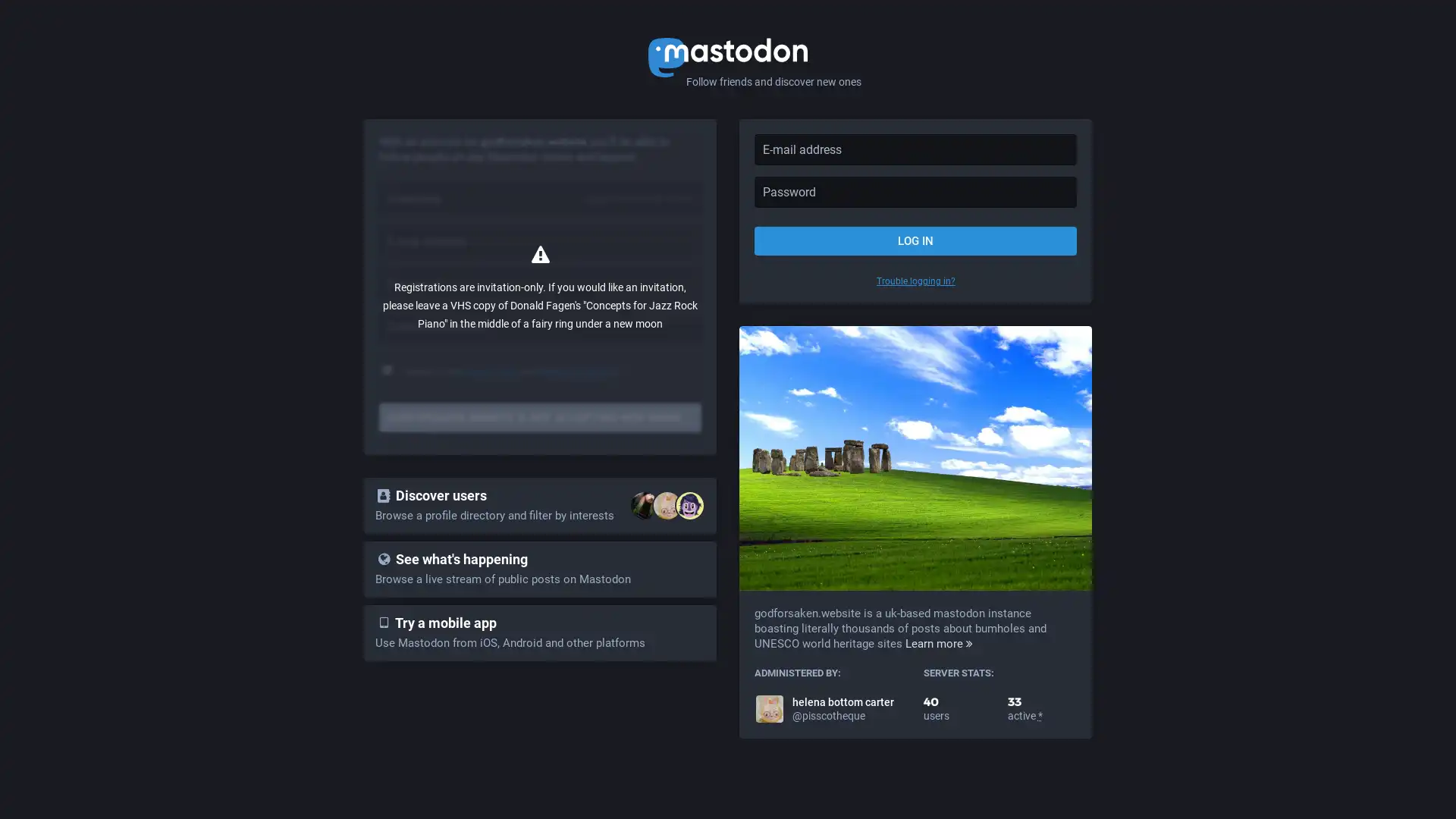 The height and width of the screenshot is (819, 1456). I want to click on GODFORSAKEN.WEBSITE IS NOT ACCEPTING NEW MEMBERS, so click(540, 418).